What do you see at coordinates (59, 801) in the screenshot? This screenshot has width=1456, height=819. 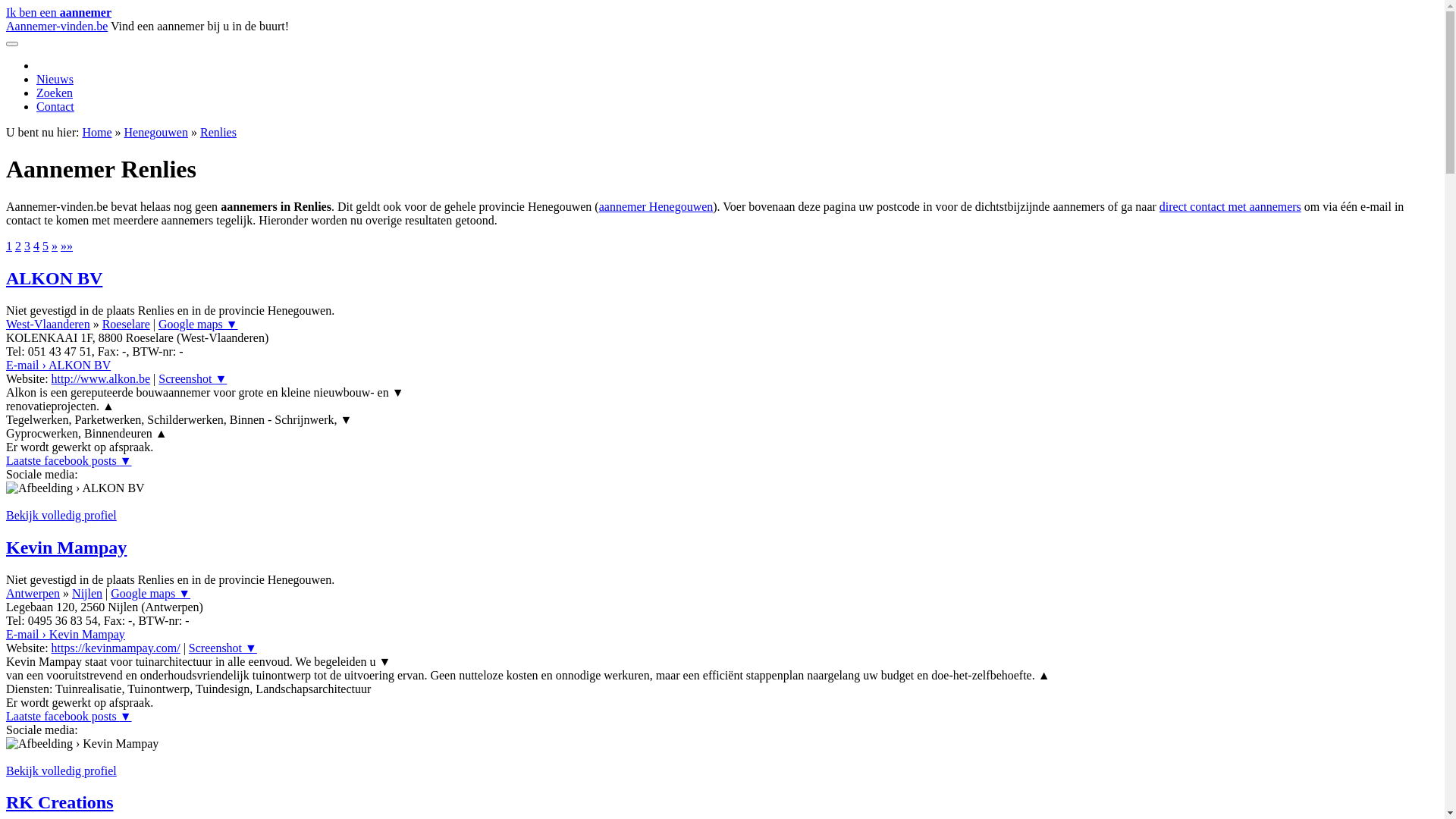 I see `'RK Creations'` at bounding box center [59, 801].